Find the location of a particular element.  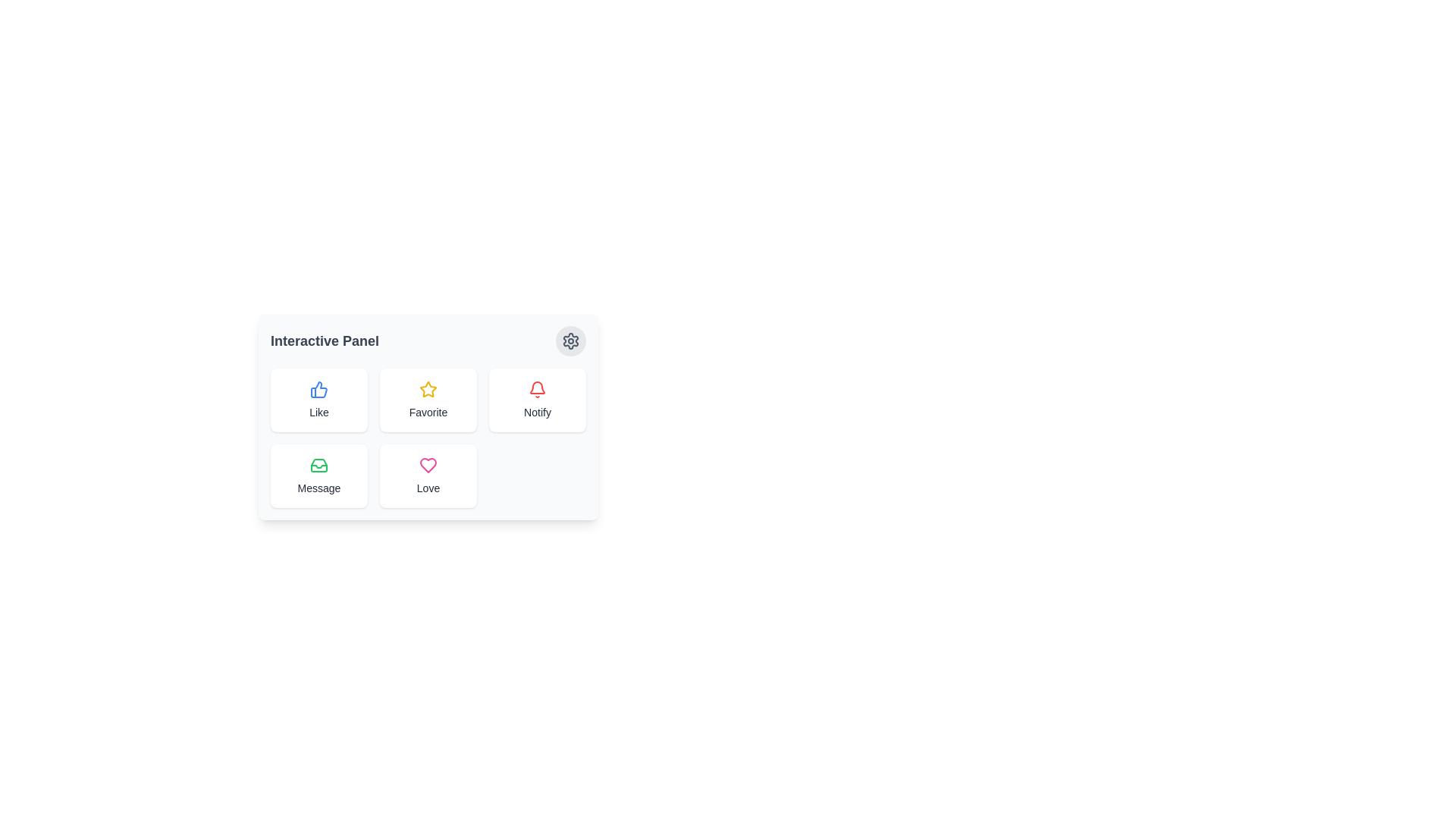

the text label that describes the button related to the heart icon, located in the lower-right widget of the grid layout, directly below the pink heart icon is located at coordinates (428, 488).